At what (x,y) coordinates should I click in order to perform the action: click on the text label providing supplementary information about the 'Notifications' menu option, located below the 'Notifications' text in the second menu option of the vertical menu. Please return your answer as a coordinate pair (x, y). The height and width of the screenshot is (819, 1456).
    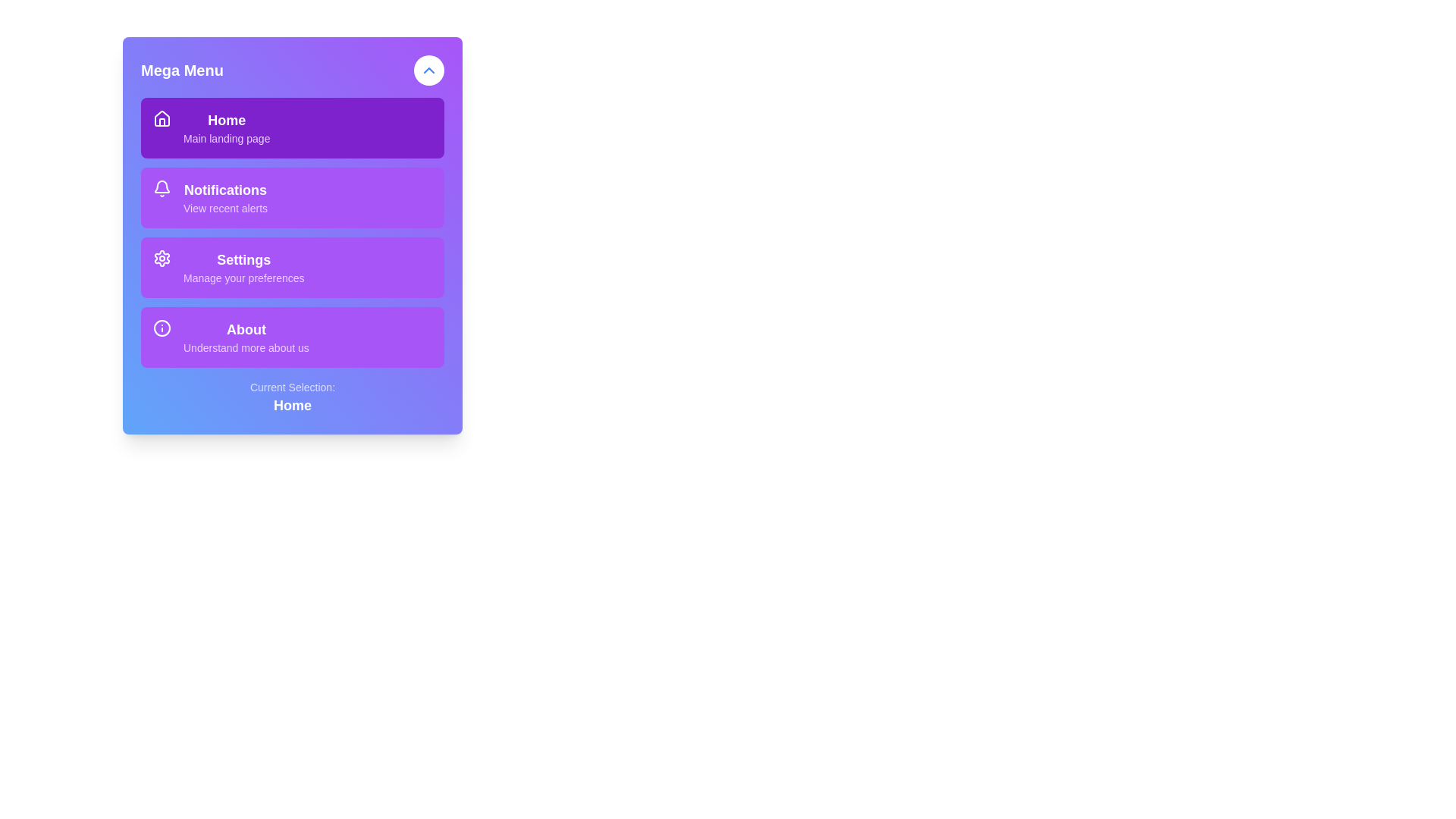
    Looking at the image, I should click on (224, 208).